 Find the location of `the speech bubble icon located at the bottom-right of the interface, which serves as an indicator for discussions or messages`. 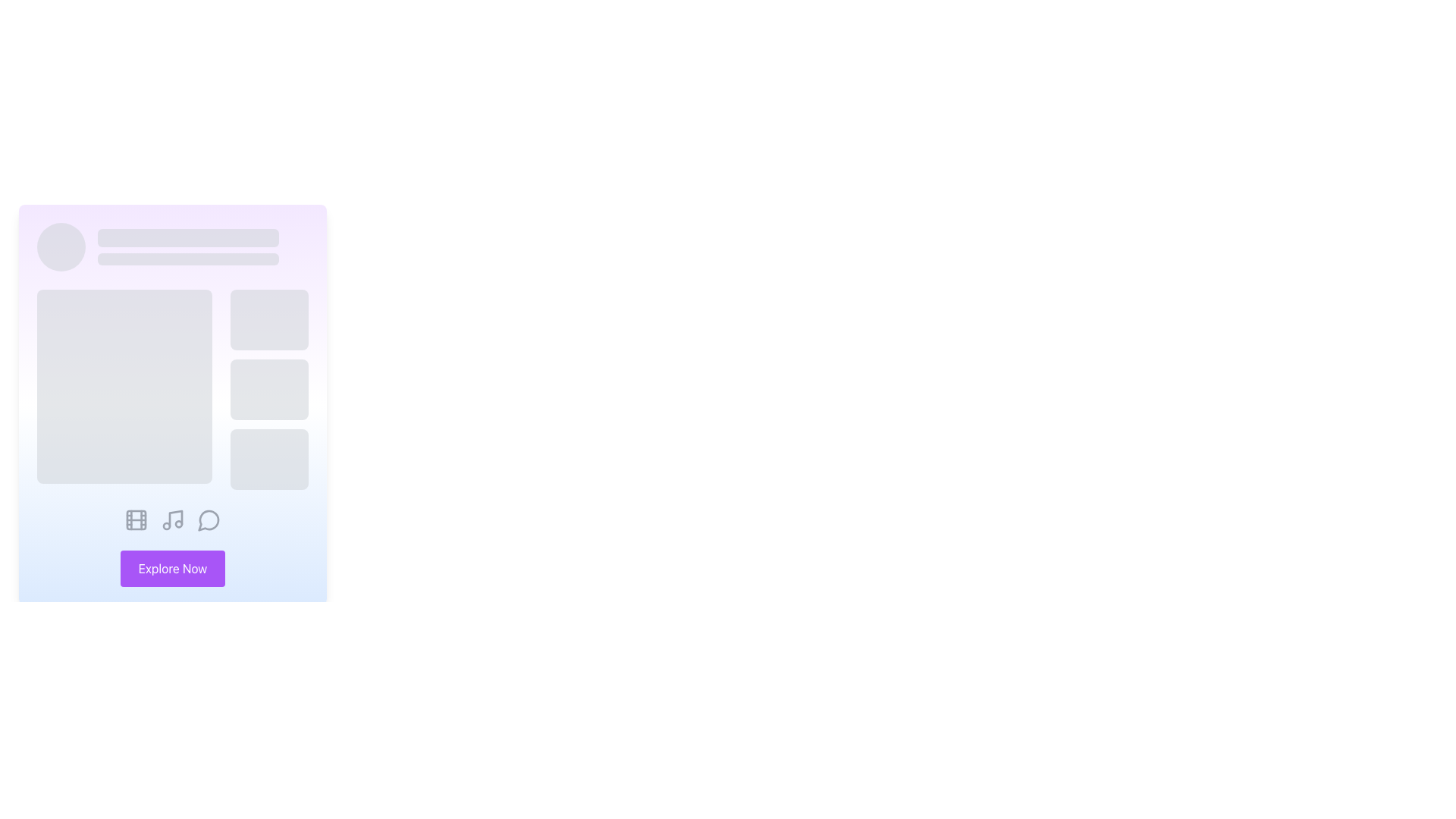

the speech bubble icon located at the bottom-right of the interface, which serves as an indicator for discussions or messages is located at coordinates (208, 519).